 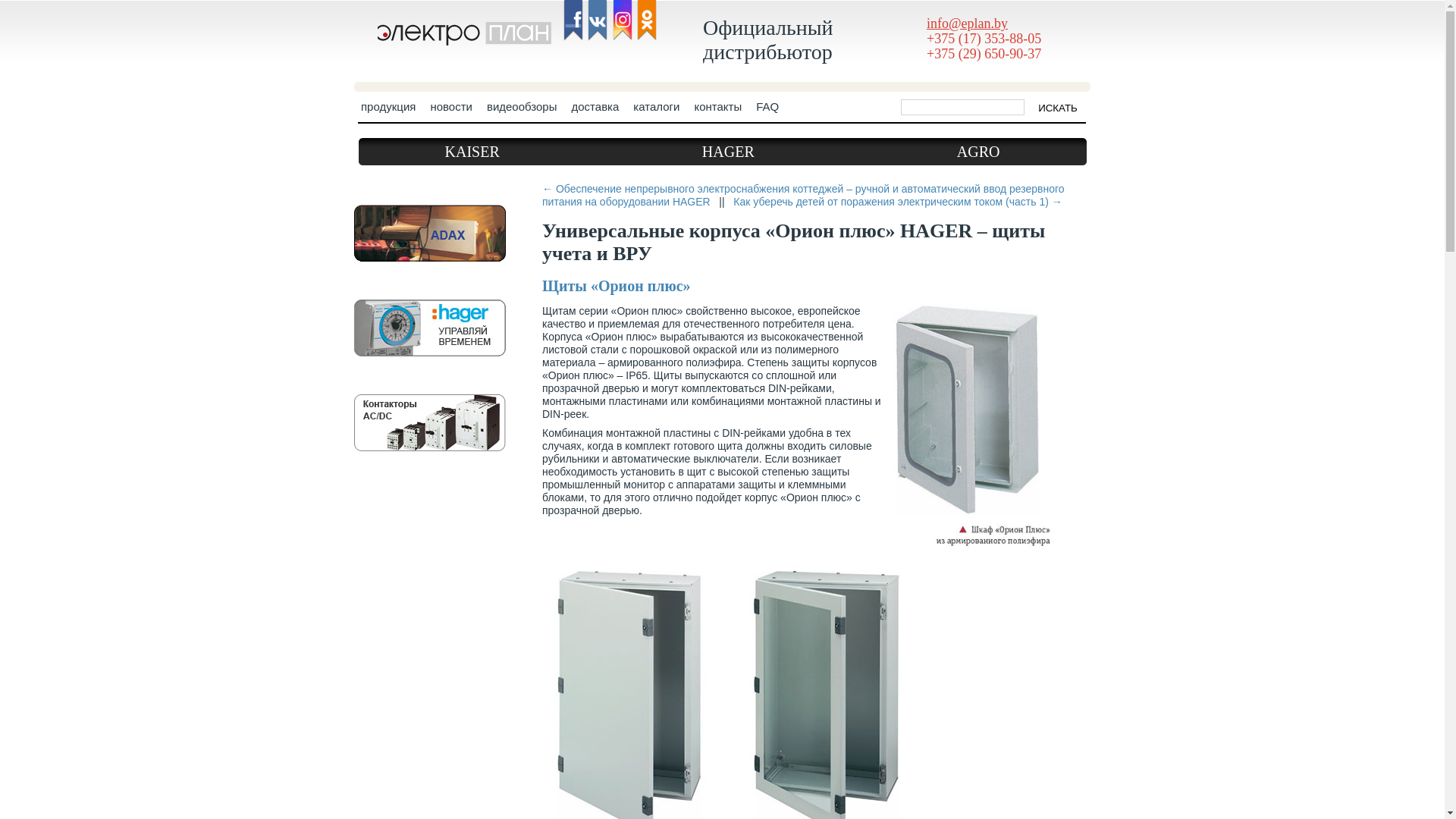 I want to click on 'FAQ', so click(x=767, y=110).